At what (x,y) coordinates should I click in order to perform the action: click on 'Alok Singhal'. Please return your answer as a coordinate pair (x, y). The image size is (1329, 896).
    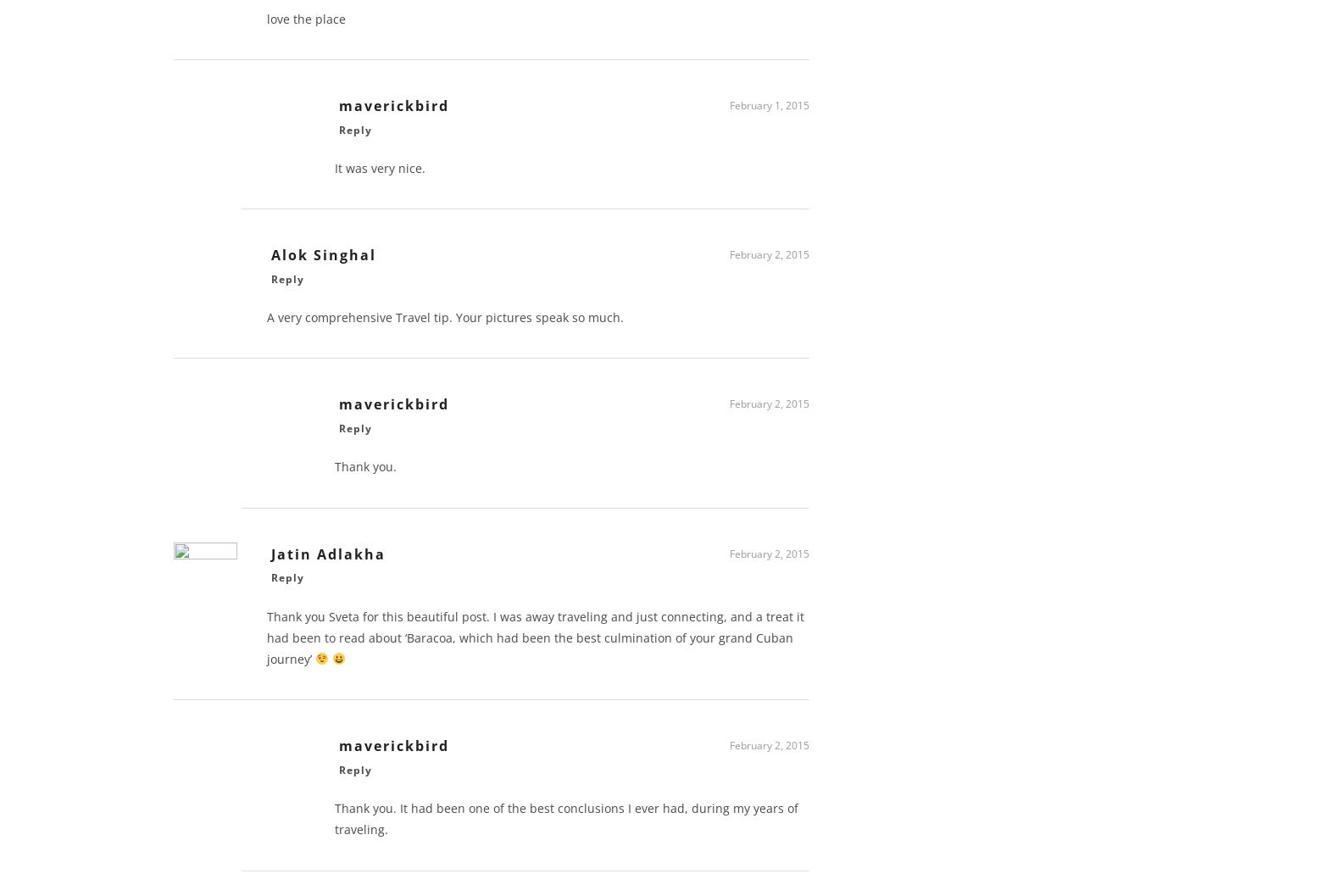
    Looking at the image, I should click on (323, 261).